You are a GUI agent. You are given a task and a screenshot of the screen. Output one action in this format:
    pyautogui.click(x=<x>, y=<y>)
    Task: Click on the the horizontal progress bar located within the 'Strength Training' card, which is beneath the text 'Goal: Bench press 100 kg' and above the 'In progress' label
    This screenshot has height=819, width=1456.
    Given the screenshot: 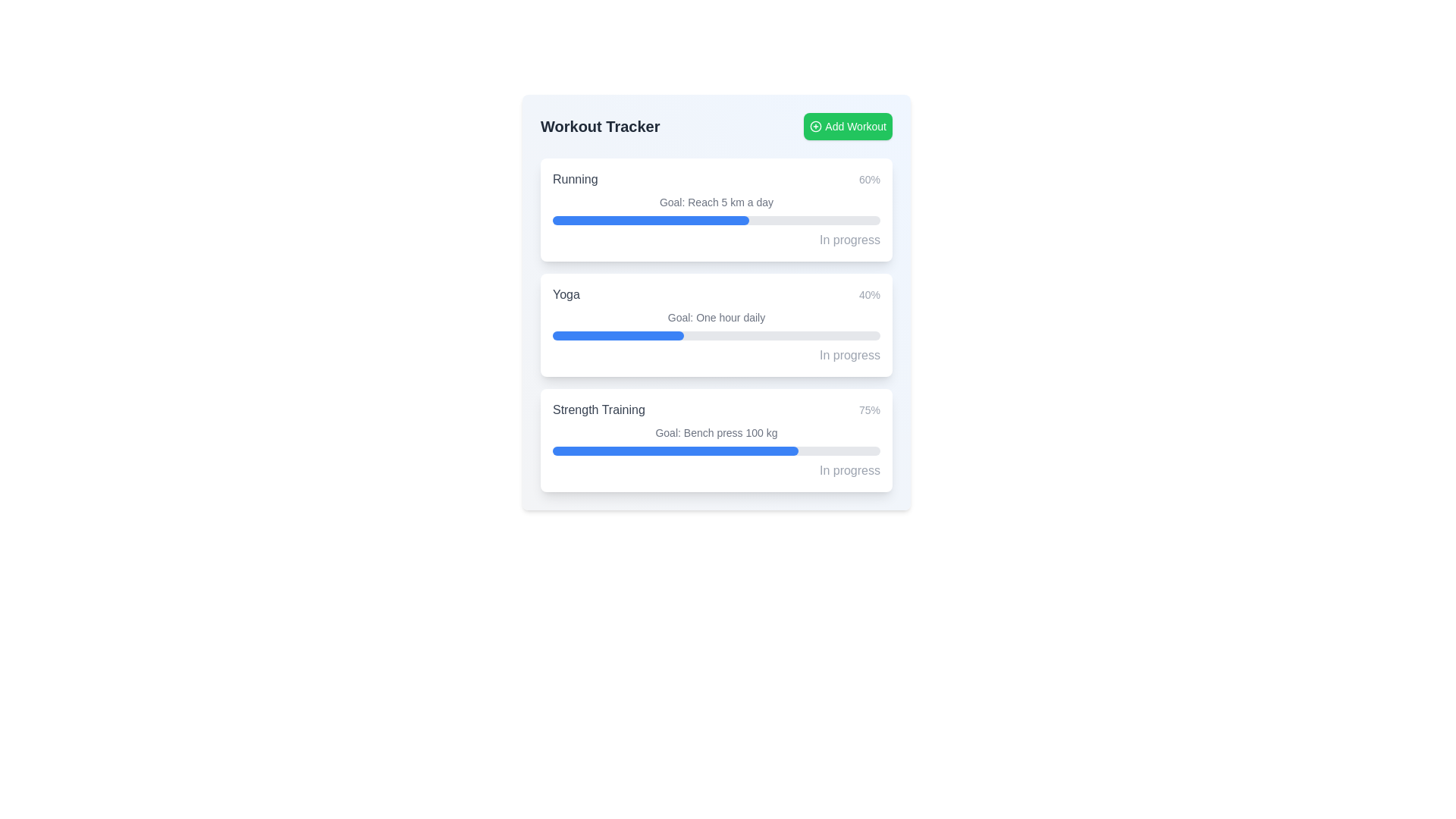 What is the action you would take?
    pyautogui.click(x=716, y=450)
    